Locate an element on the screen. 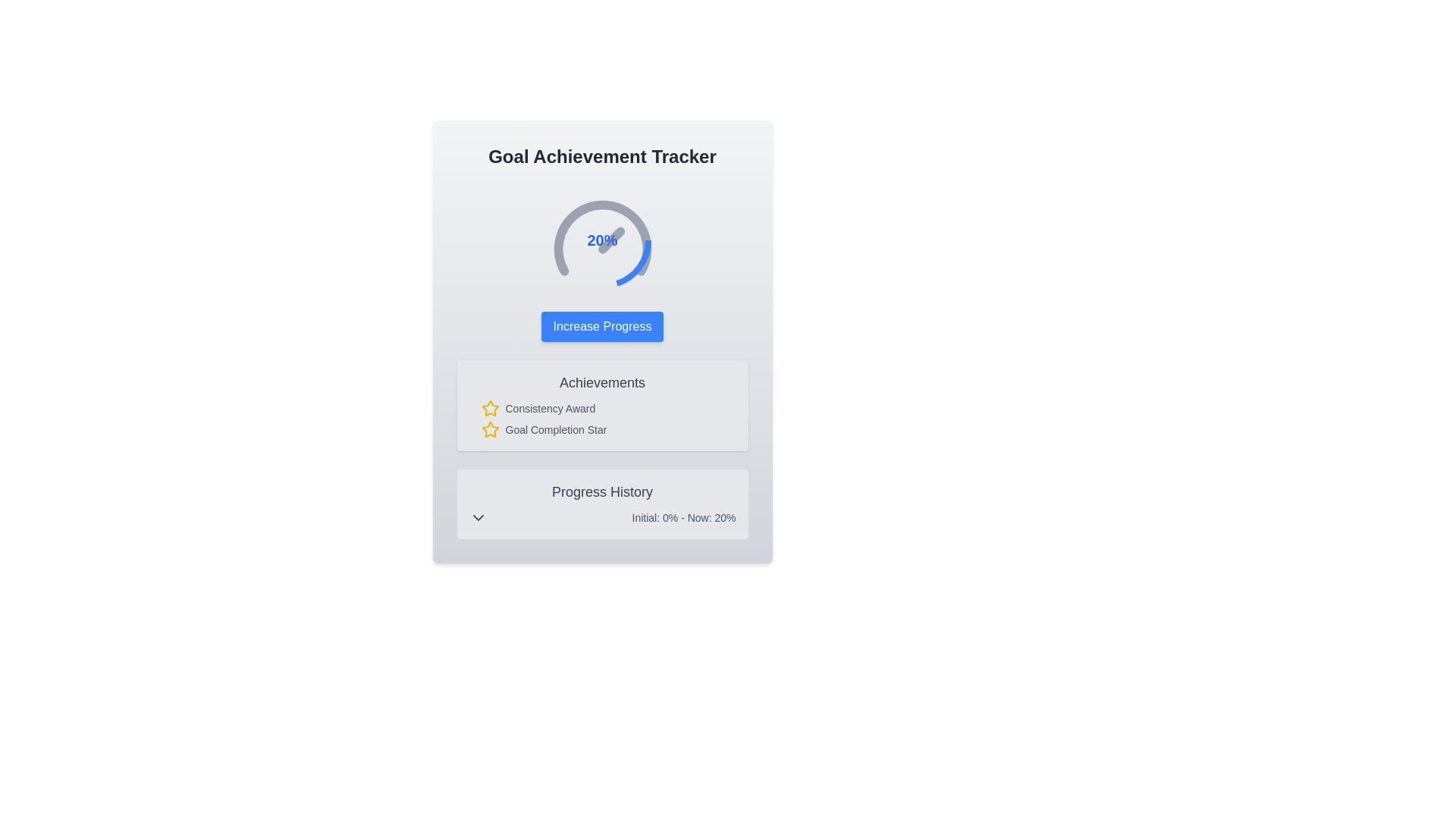 The image size is (1456, 819). the Circular Progress Indicator, which is styled with blue accents and displays a progress percentage of '20%' in the center, located within the 'Goal Achievement Tracker' card is located at coordinates (601, 239).